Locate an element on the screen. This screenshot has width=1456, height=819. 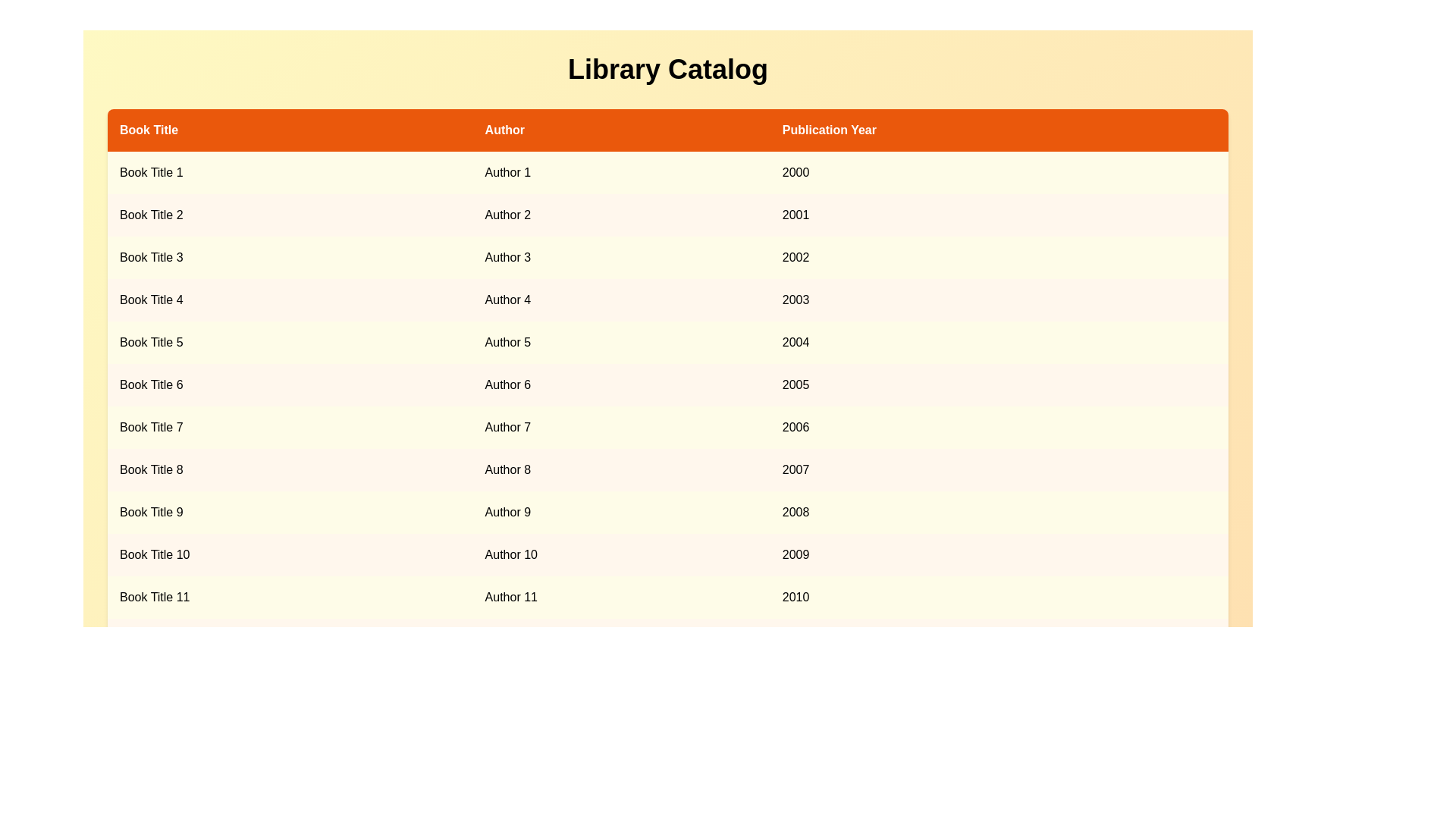
the column header 'Book Title' to sort the table by that column is located at coordinates (290, 130).